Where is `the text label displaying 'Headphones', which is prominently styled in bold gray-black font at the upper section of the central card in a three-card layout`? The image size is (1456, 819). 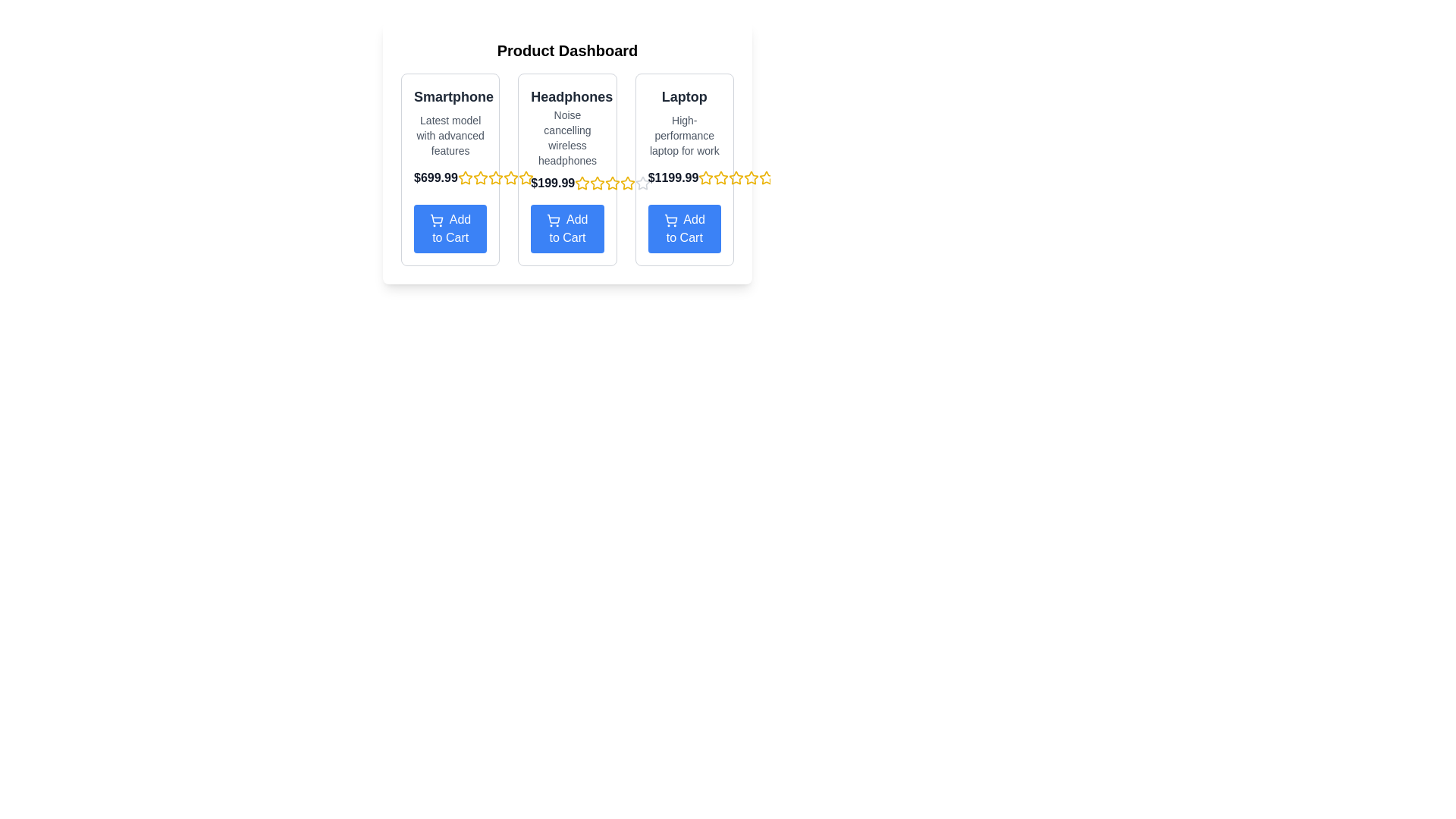
the text label displaying 'Headphones', which is prominently styled in bold gray-black font at the upper section of the central card in a three-card layout is located at coordinates (566, 96).